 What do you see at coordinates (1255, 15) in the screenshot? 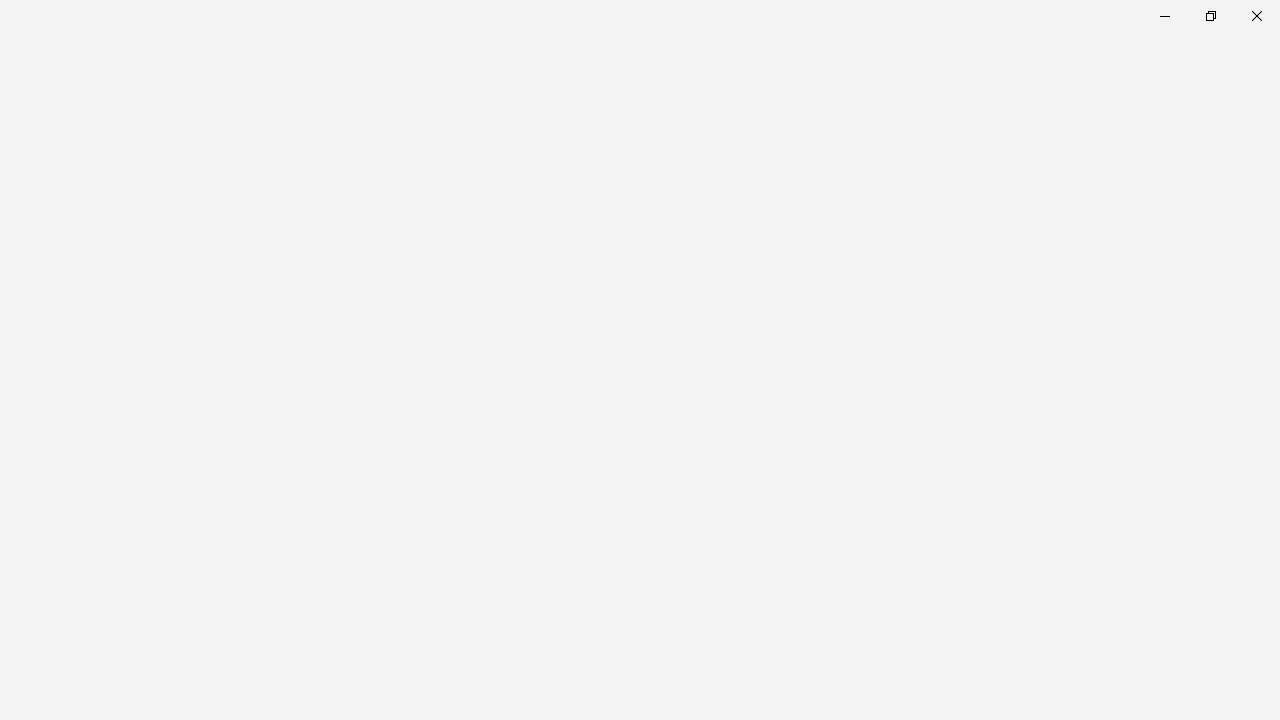
I see `'Close Calculator'` at bounding box center [1255, 15].